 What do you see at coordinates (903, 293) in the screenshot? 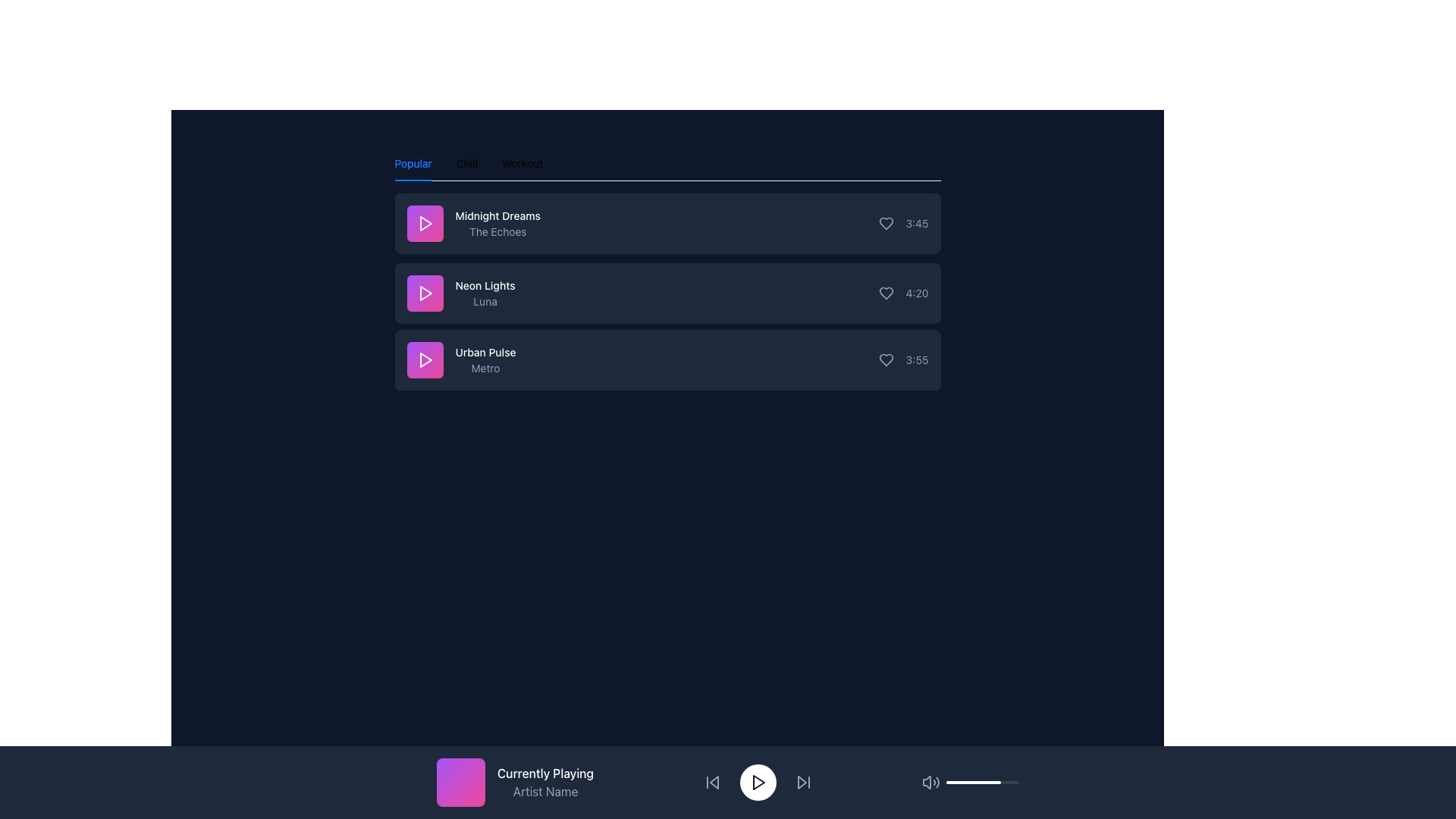
I see `duration displayed in the TextLabel-with-Icon indicating the track 'Neon Lights' by artist 'Luna'` at bounding box center [903, 293].